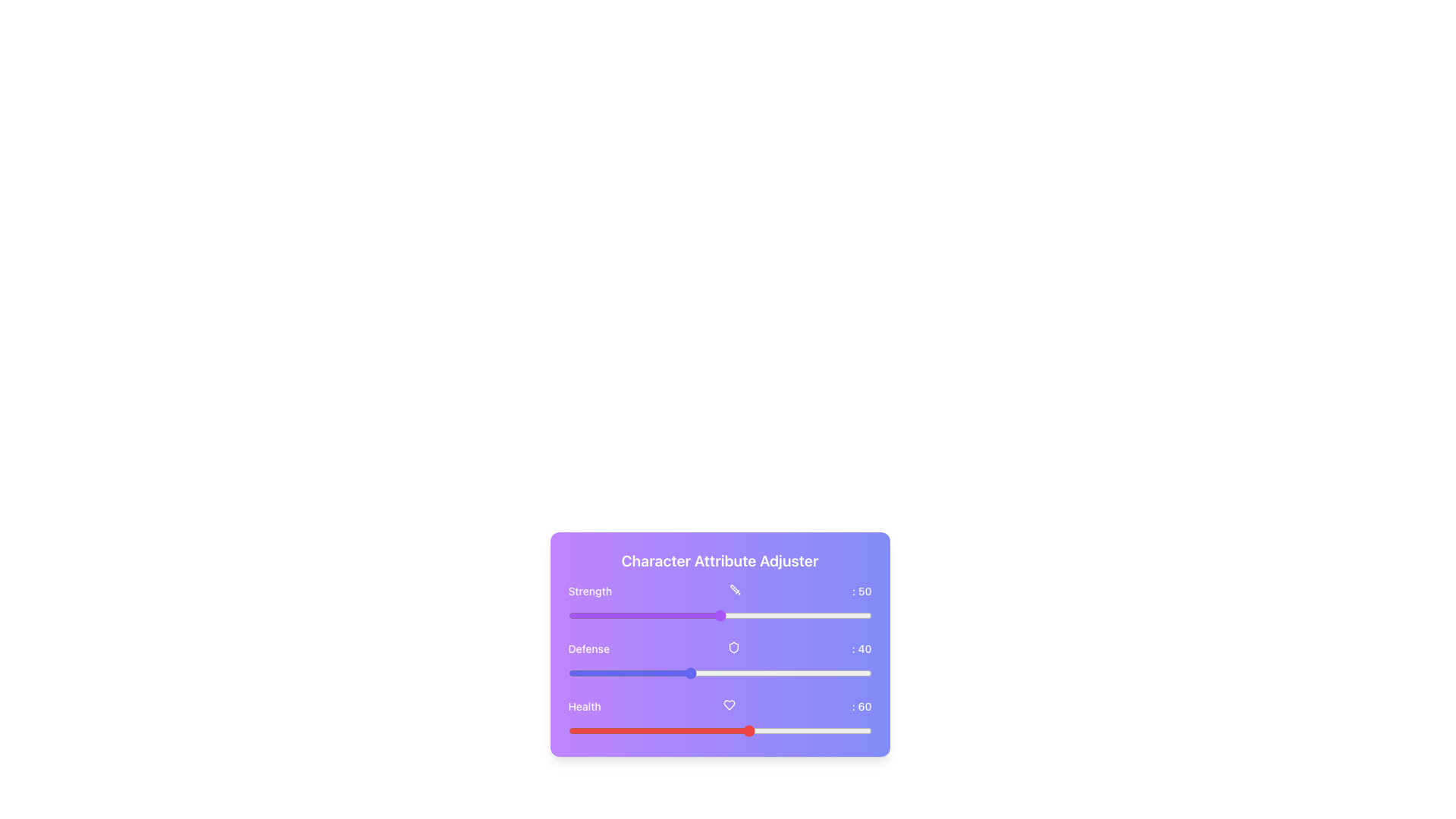 This screenshot has width=1456, height=819. I want to click on the defense level, so click(771, 672).